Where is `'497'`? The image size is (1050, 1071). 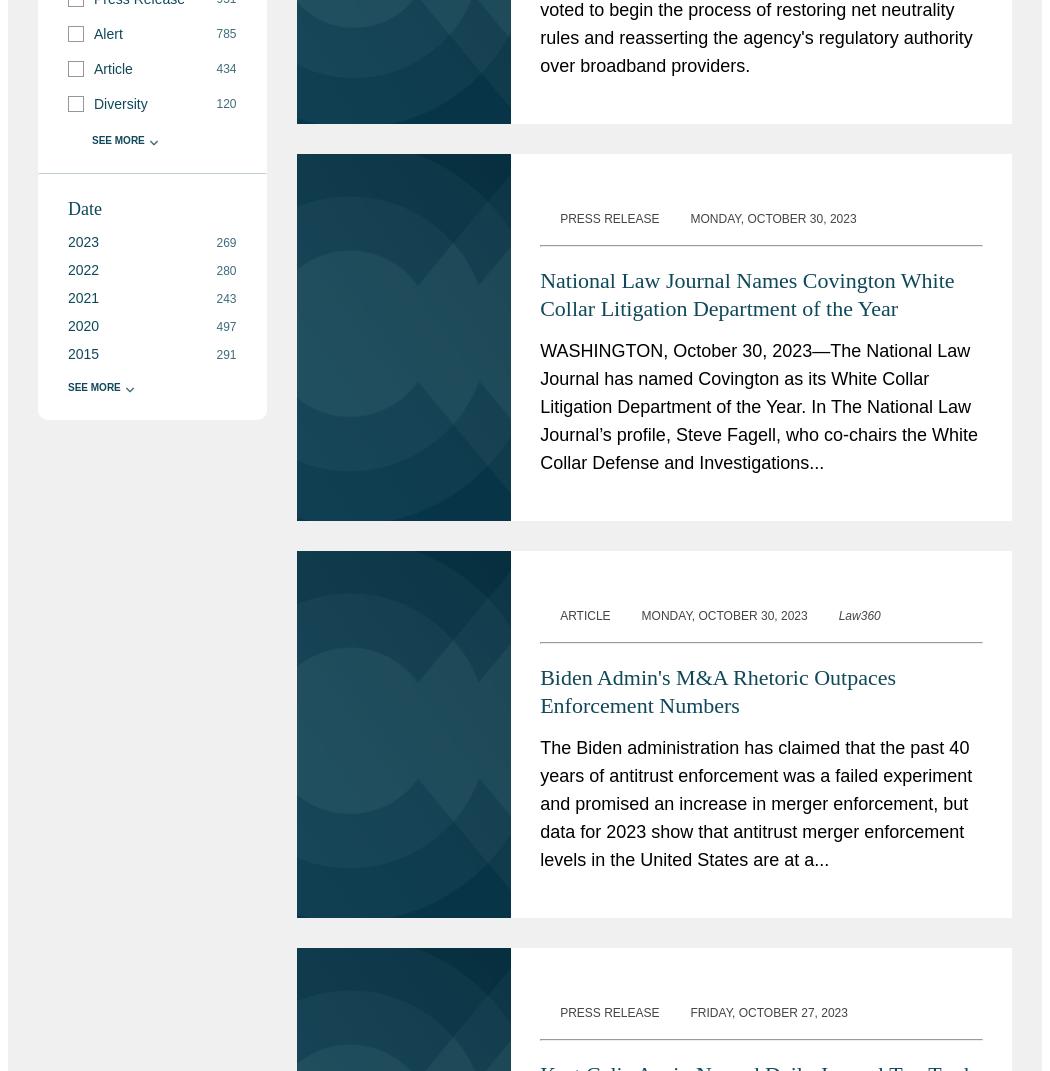
'497' is located at coordinates (225, 325).